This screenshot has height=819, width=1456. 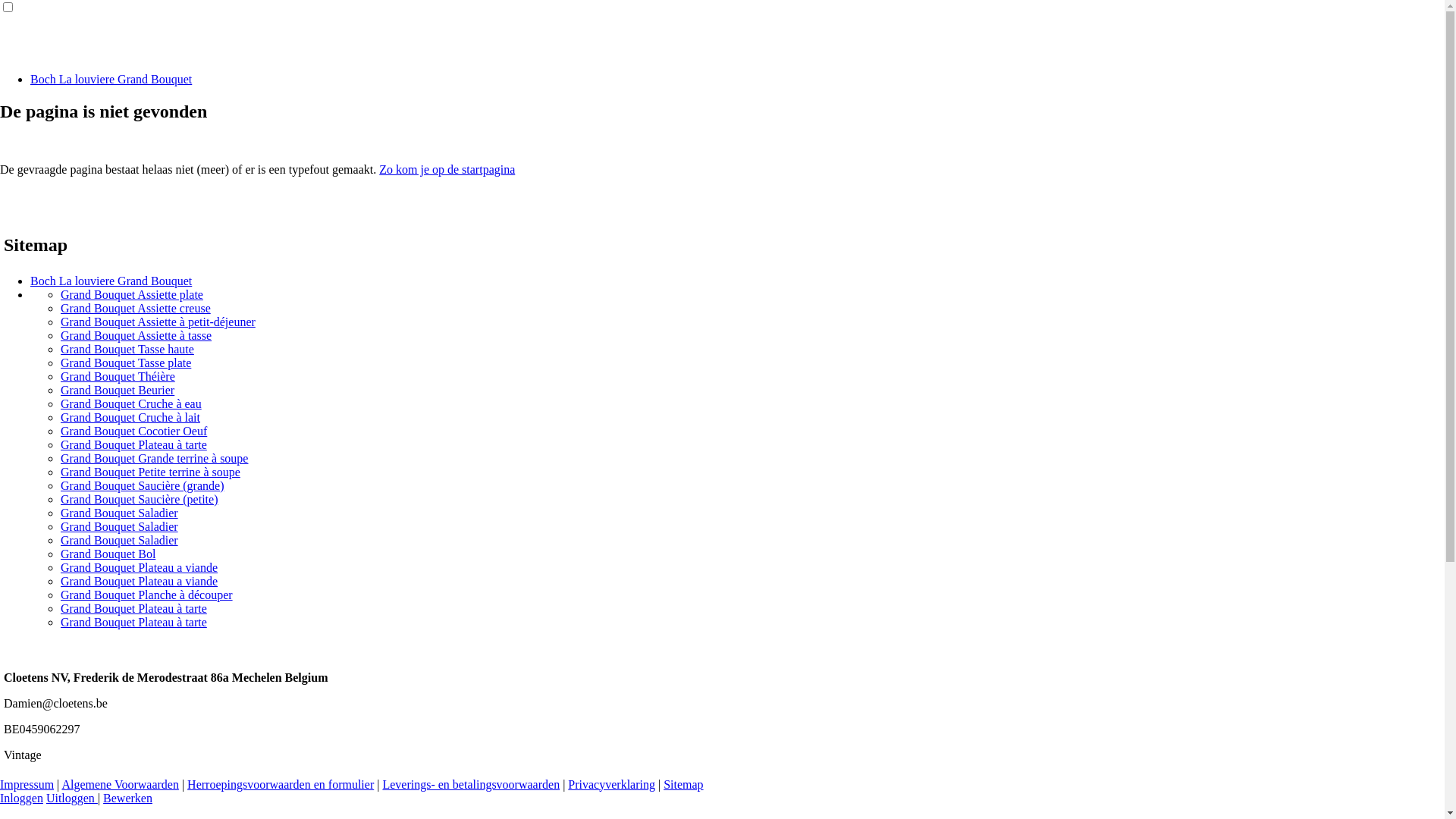 I want to click on 'Inloggen', so click(x=0, y=797).